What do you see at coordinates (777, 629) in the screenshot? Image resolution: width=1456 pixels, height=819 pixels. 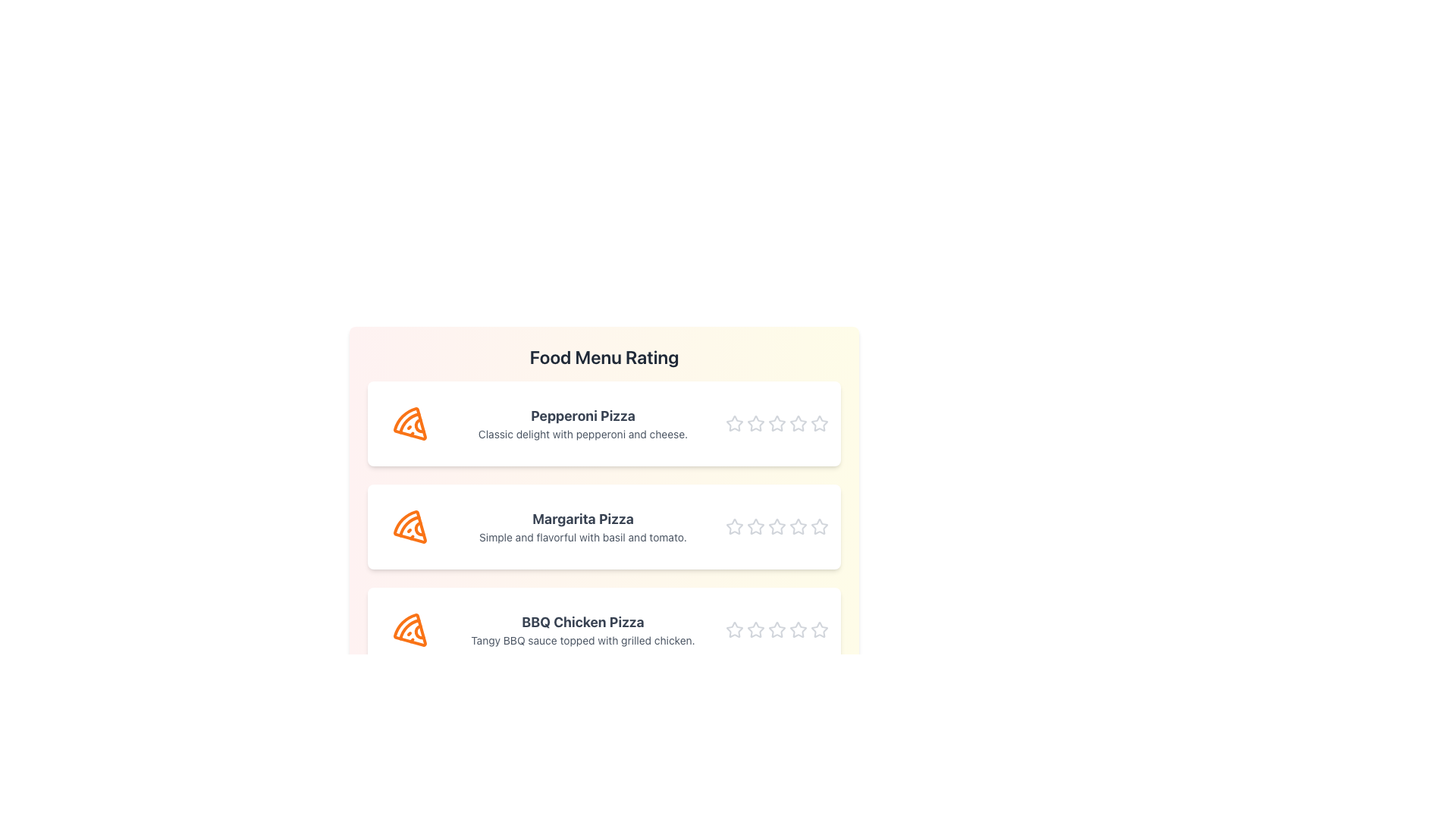 I see `the second star icon in the rating section for the 'BBQ Chicken Pizza' menu item` at bounding box center [777, 629].